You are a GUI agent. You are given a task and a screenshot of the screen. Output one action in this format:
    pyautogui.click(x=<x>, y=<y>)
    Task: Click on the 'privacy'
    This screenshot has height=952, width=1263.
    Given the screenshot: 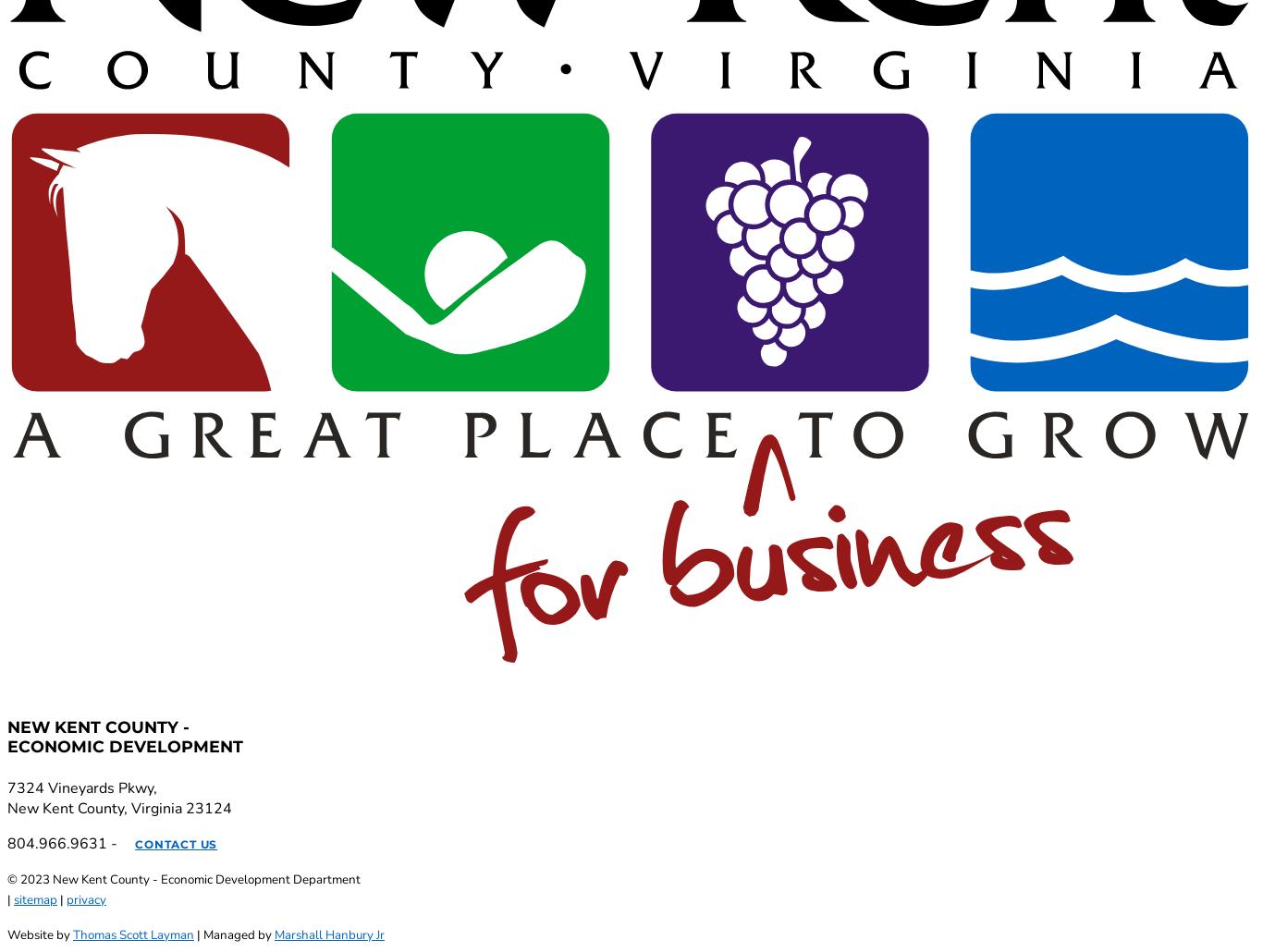 What is the action you would take?
    pyautogui.click(x=86, y=898)
    